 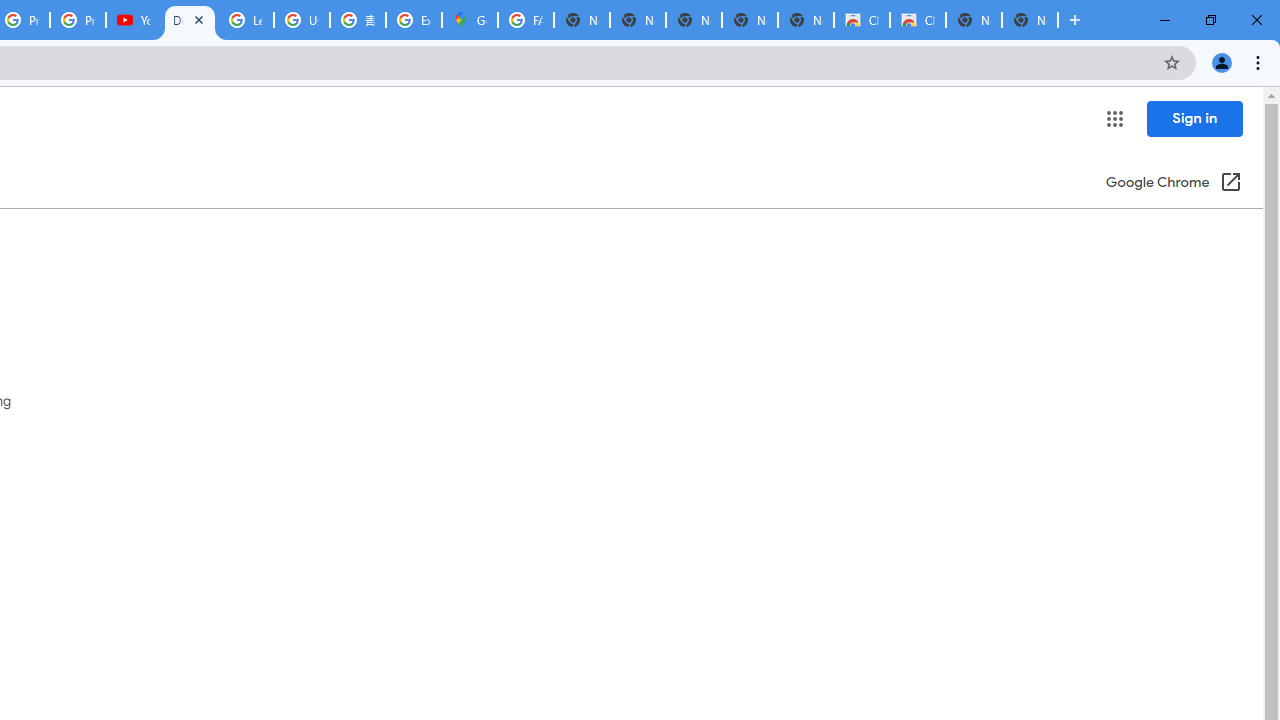 What do you see at coordinates (1173, 183) in the screenshot?
I see `'Google Chrome (Open in a new window)'` at bounding box center [1173, 183].